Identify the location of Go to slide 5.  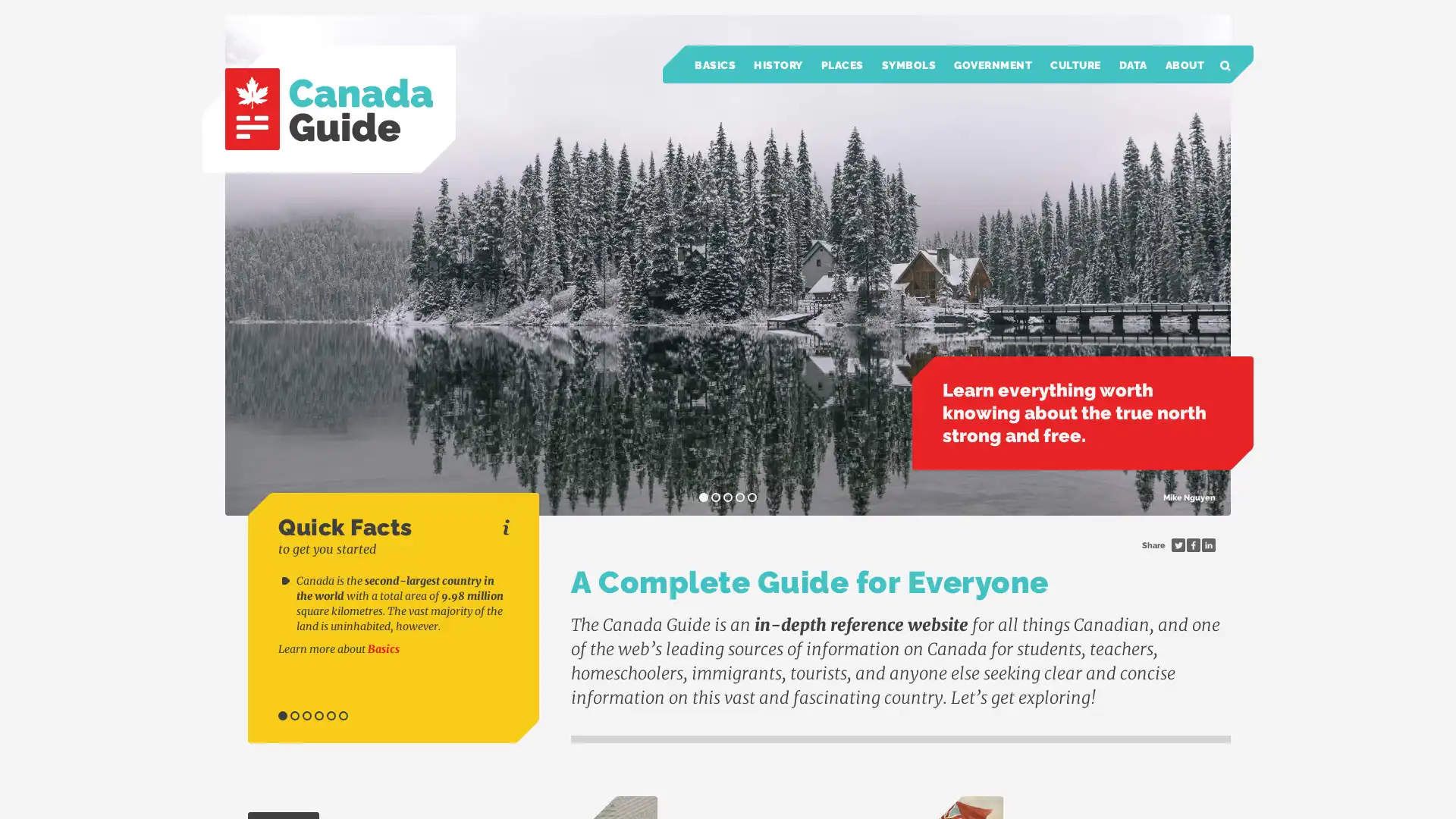
(752, 497).